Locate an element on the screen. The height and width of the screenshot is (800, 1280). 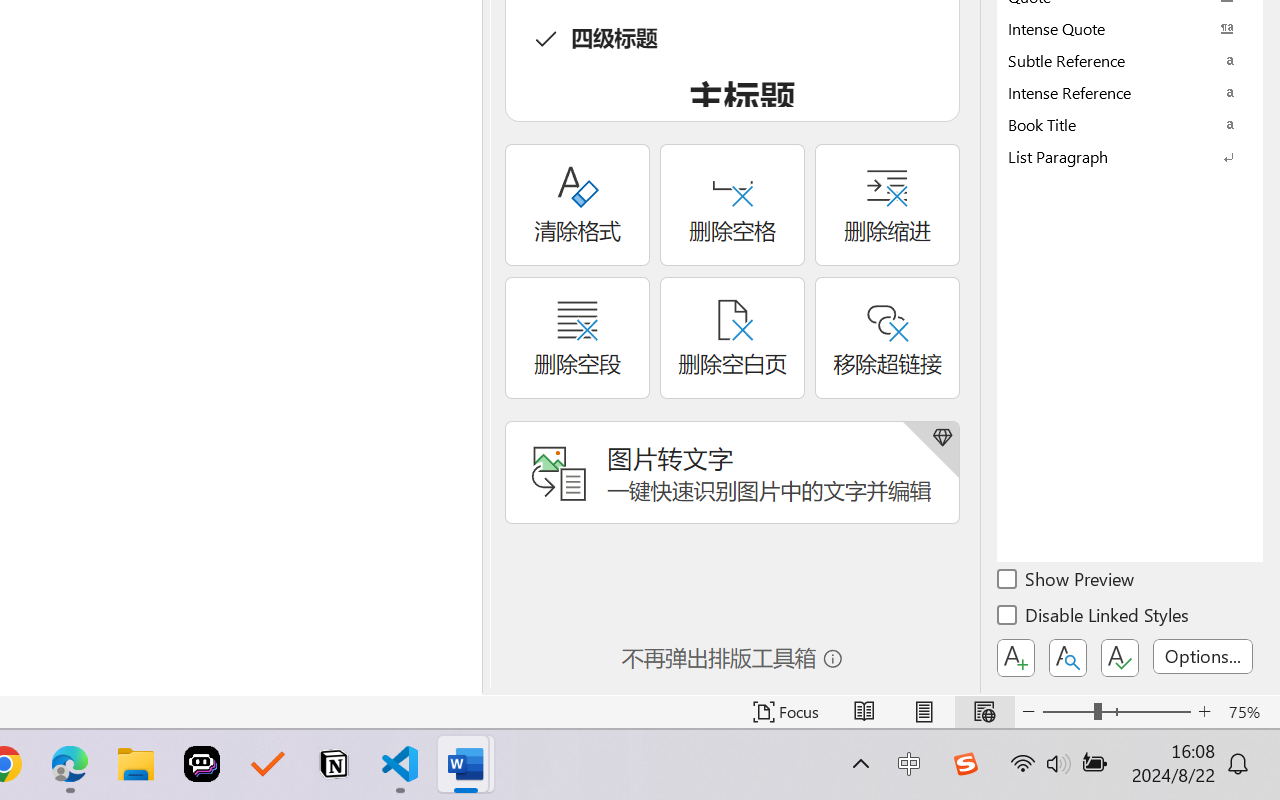
'Disable Linked Styles' is located at coordinates (1094, 618).